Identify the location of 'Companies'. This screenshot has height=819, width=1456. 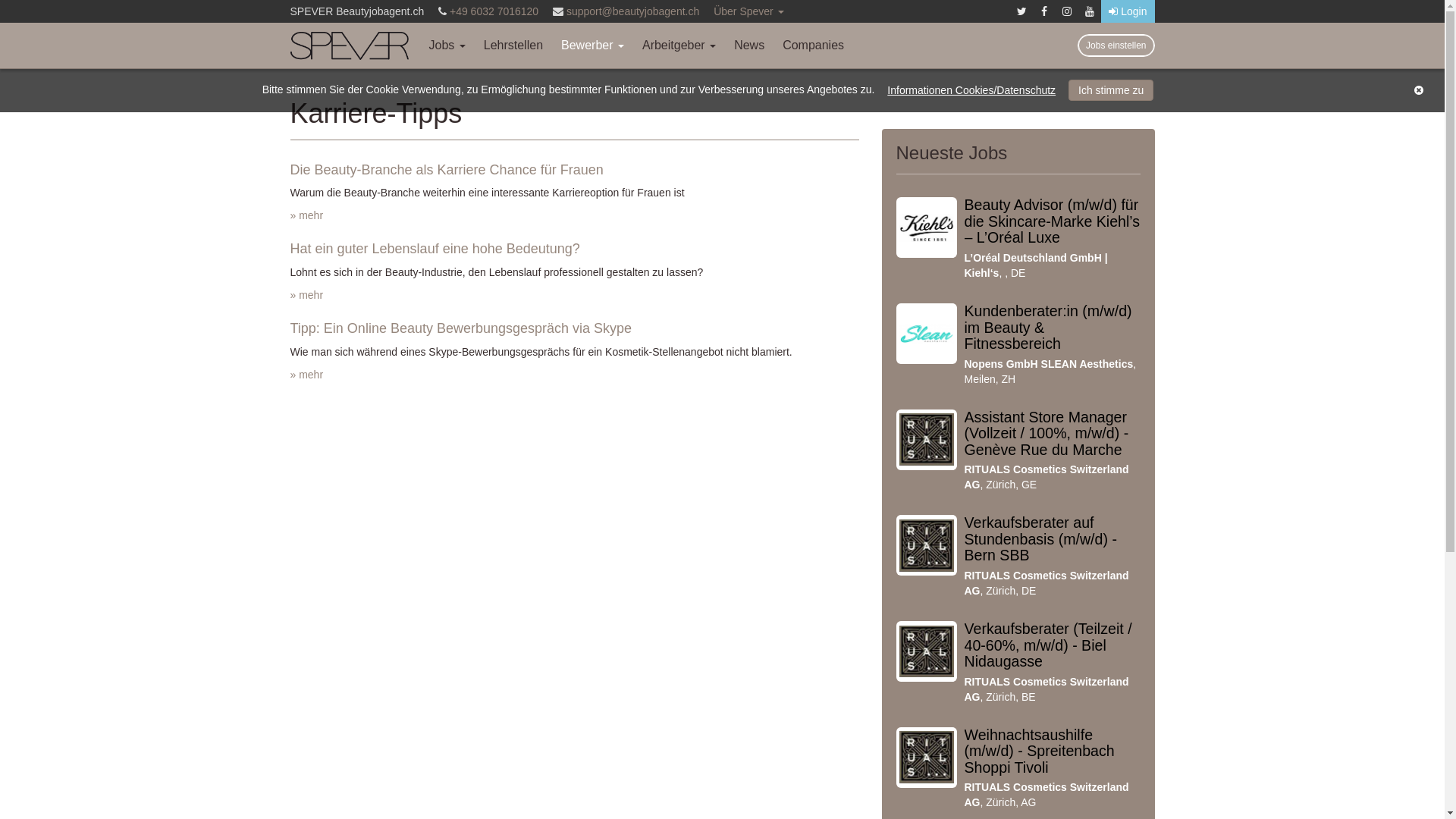
(812, 45).